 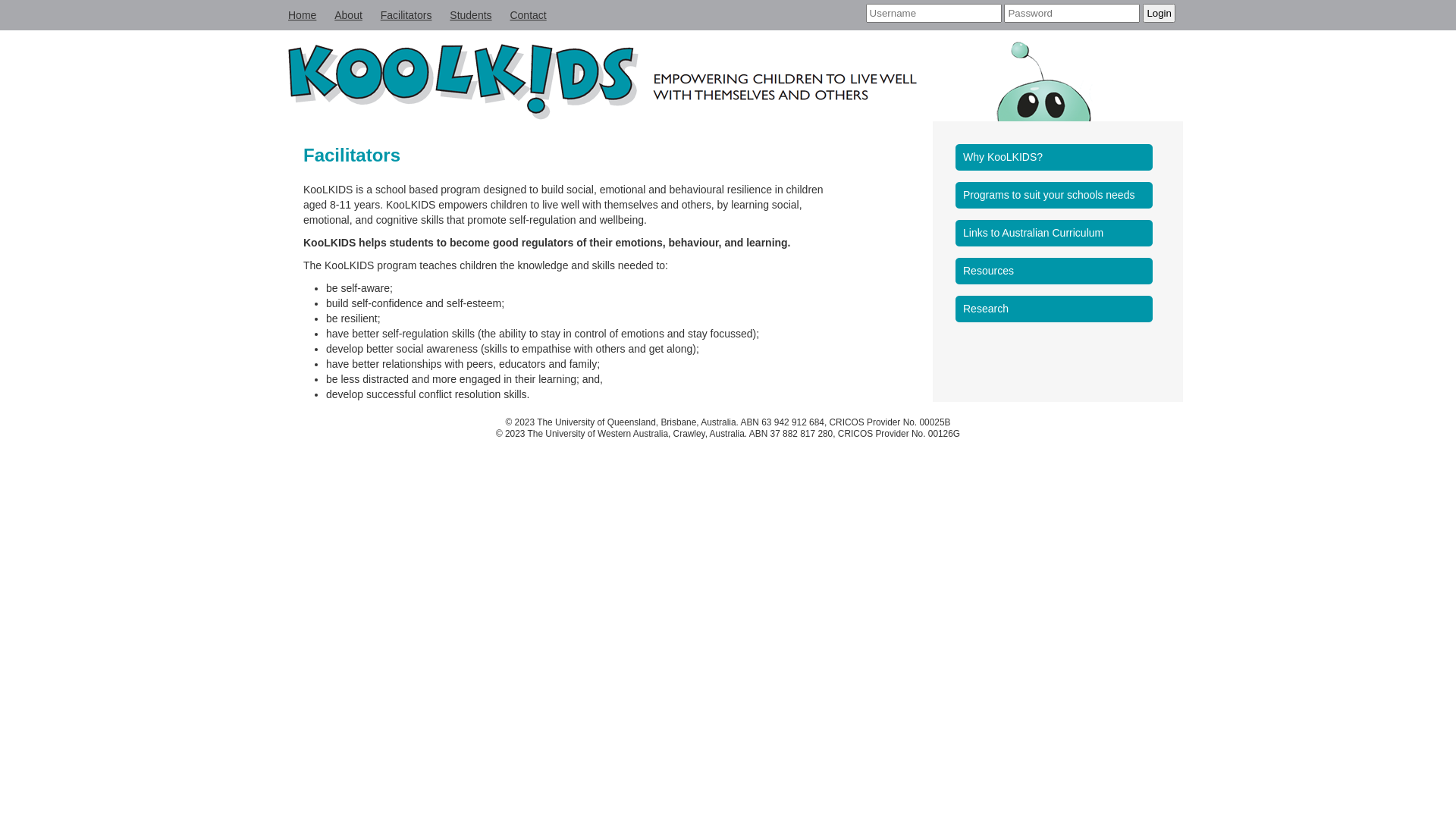 What do you see at coordinates (1057, 194) in the screenshot?
I see `'Programs to suit your schools needs'` at bounding box center [1057, 194].